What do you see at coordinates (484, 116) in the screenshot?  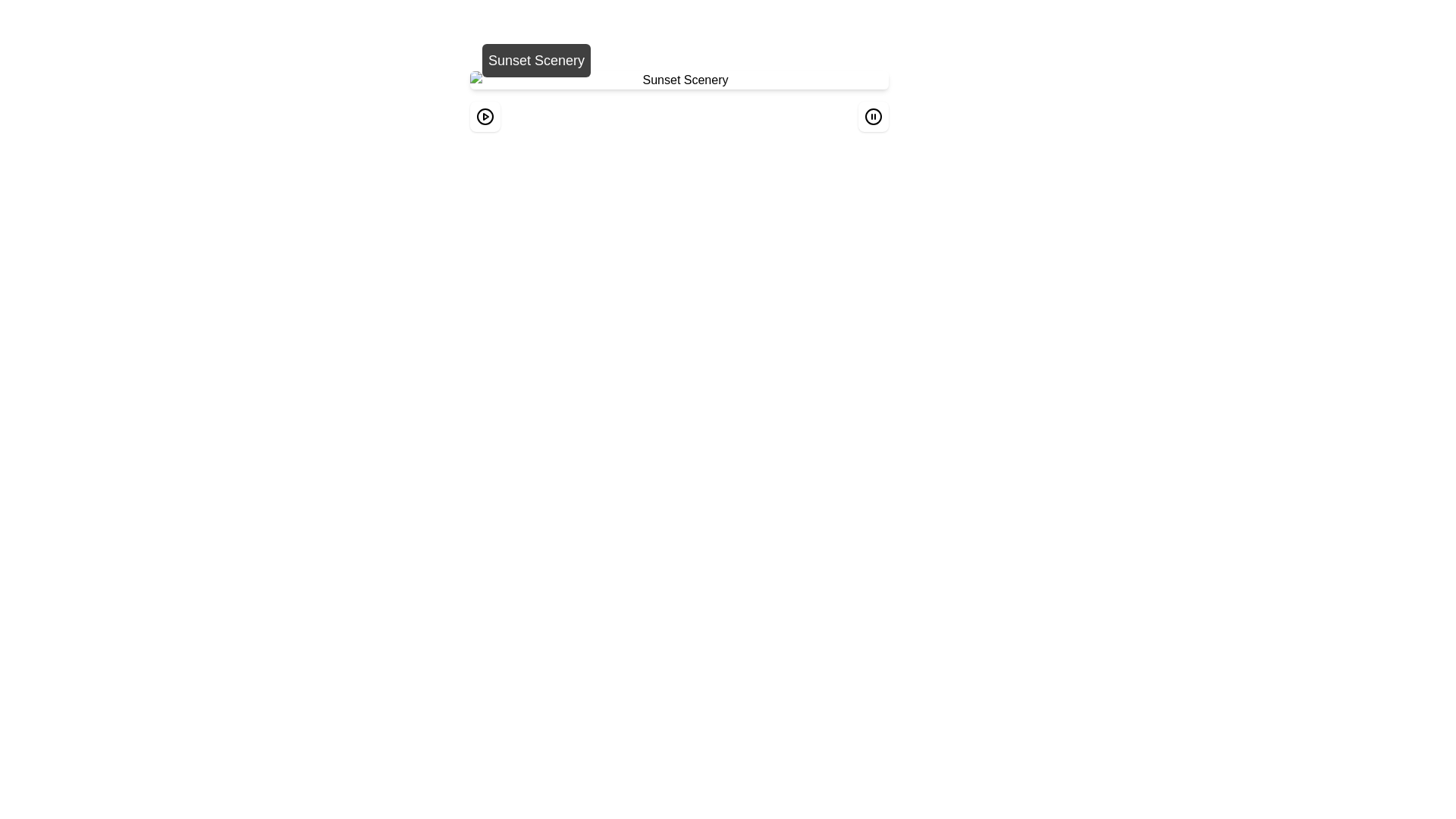 I see `the play button icon located below the label 'Sunset Scenery', which is within a small circle and aligned close to the left of the displayed image` at bounding box center [484, 116].